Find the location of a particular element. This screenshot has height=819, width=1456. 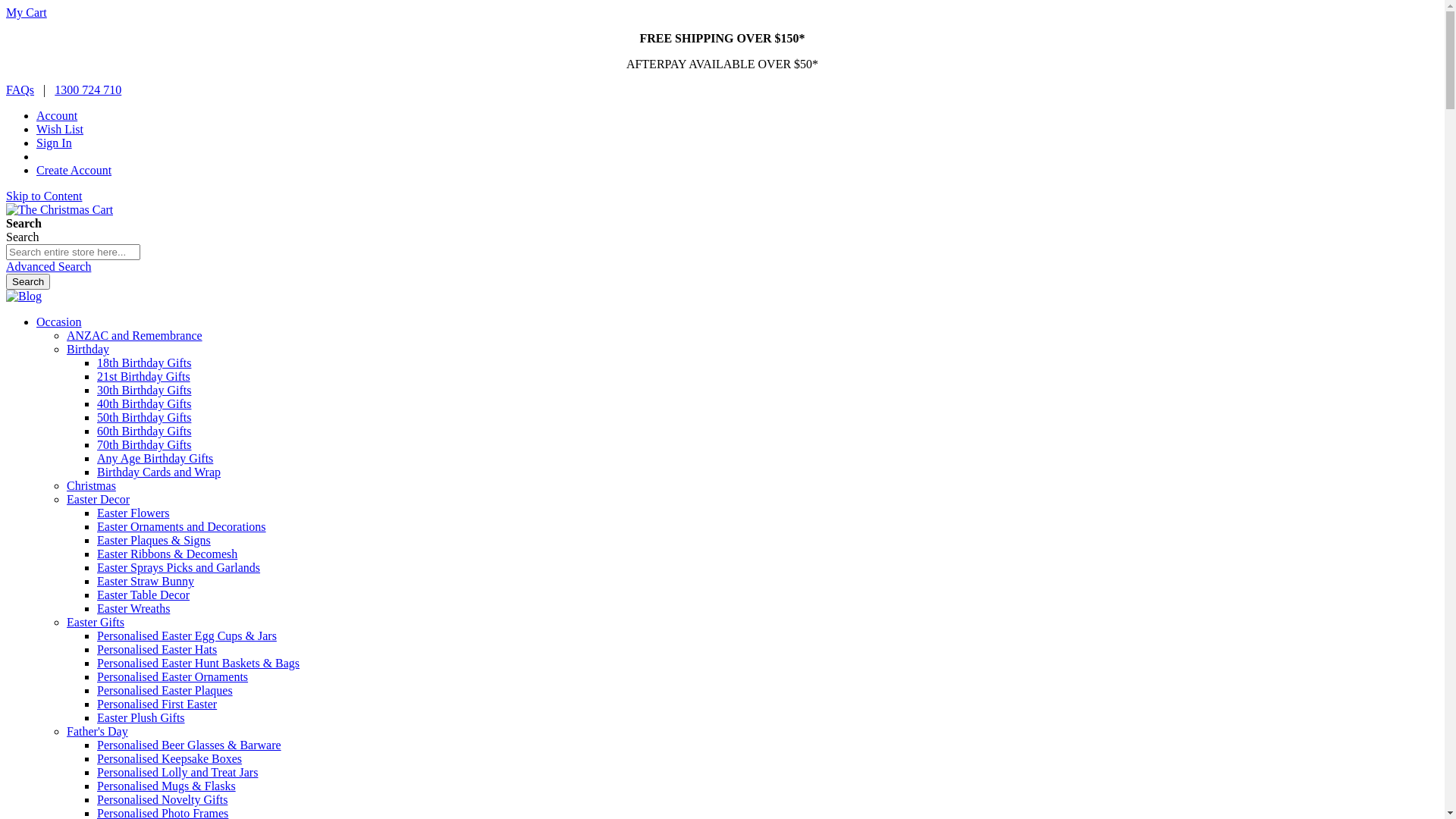

'Easter Gifts' is located at coordinates (94, 622).